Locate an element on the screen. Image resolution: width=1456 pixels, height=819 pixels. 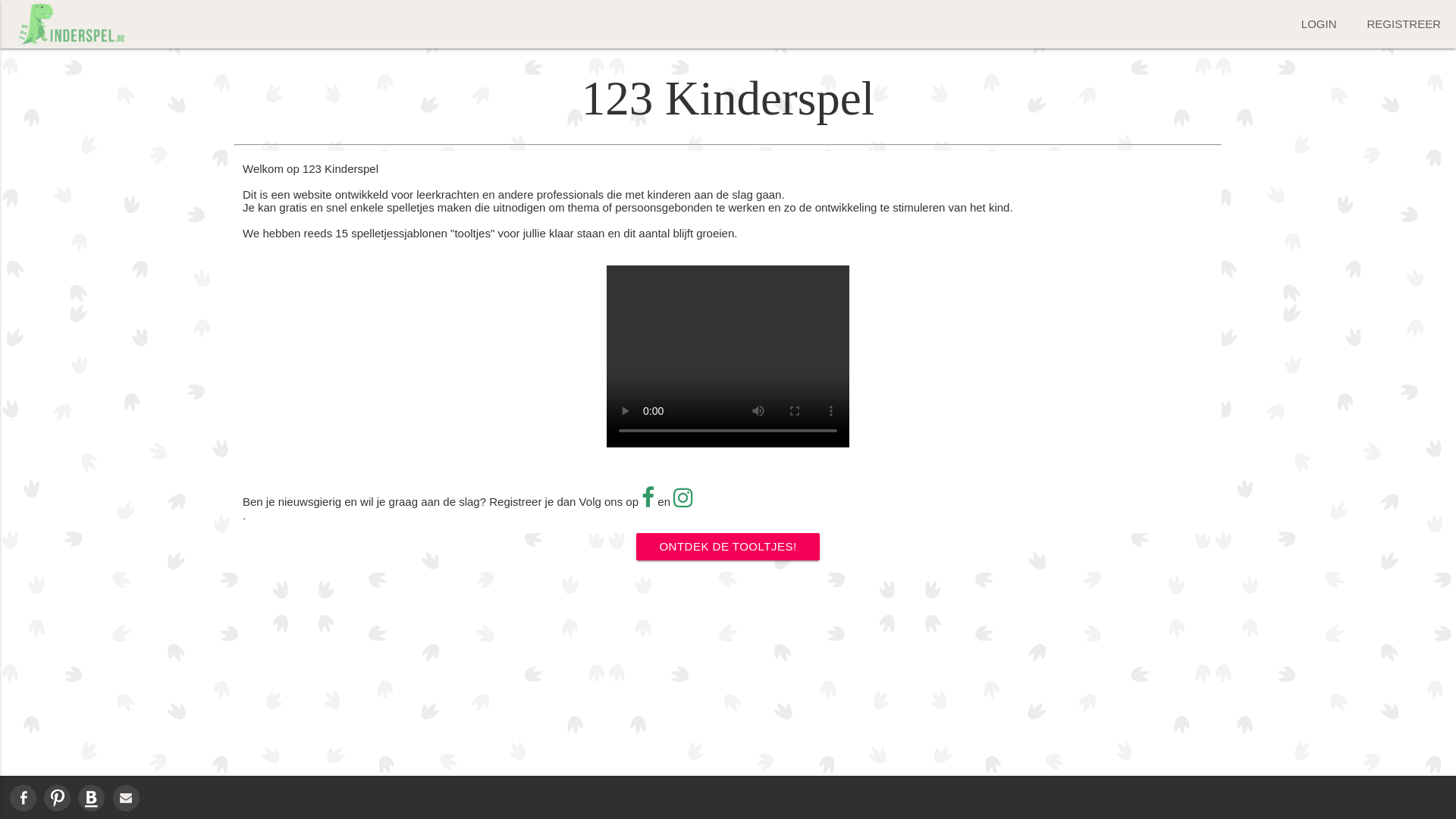
'blog' is located at coordinates (90, 797).